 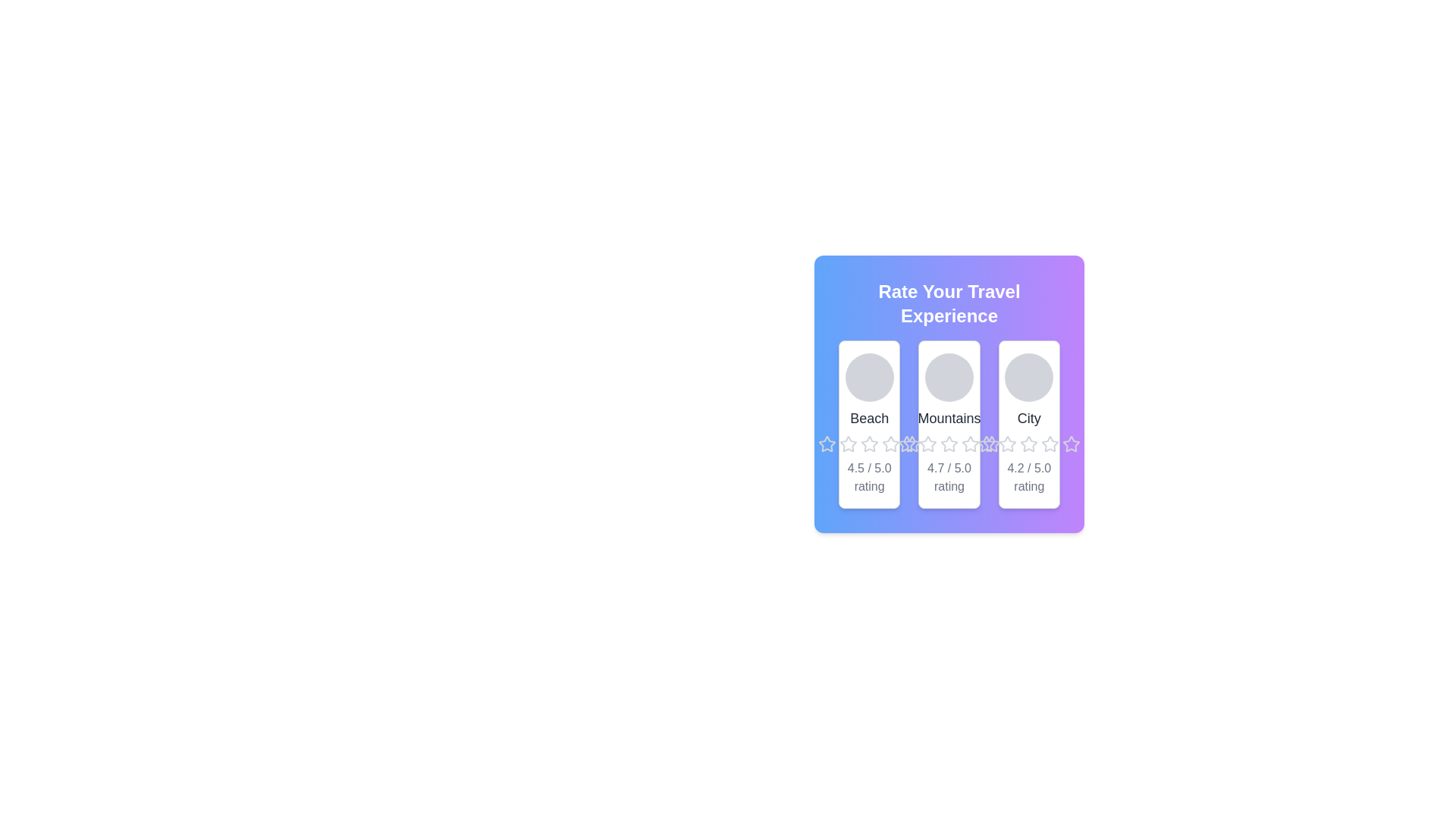 What do you see at coordinates (949, 394) in the screenshot?
I see `the 'Mountains' card component` at bounding box center [949, 394].